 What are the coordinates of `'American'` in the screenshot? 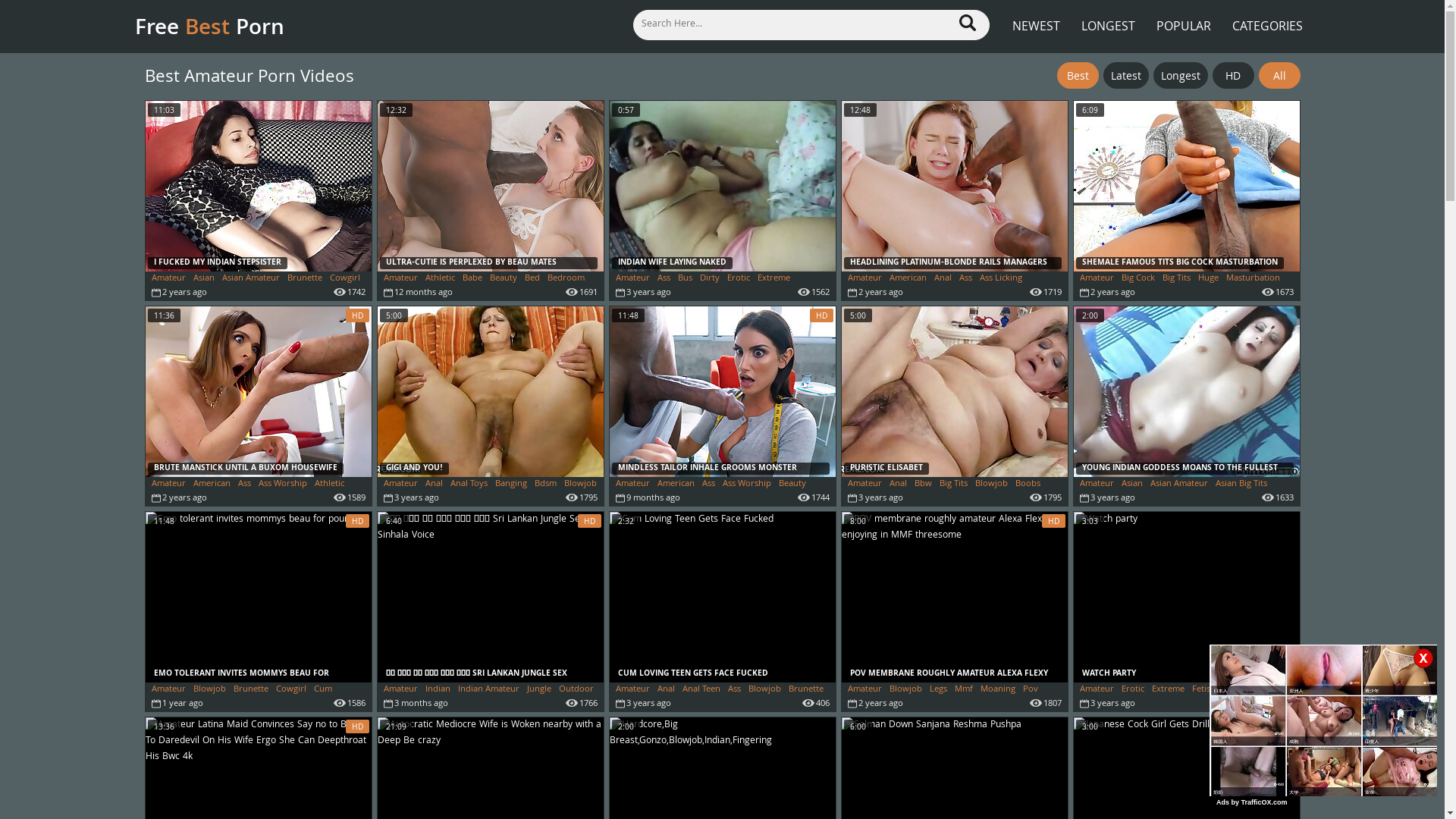 It's located at (674, 484).